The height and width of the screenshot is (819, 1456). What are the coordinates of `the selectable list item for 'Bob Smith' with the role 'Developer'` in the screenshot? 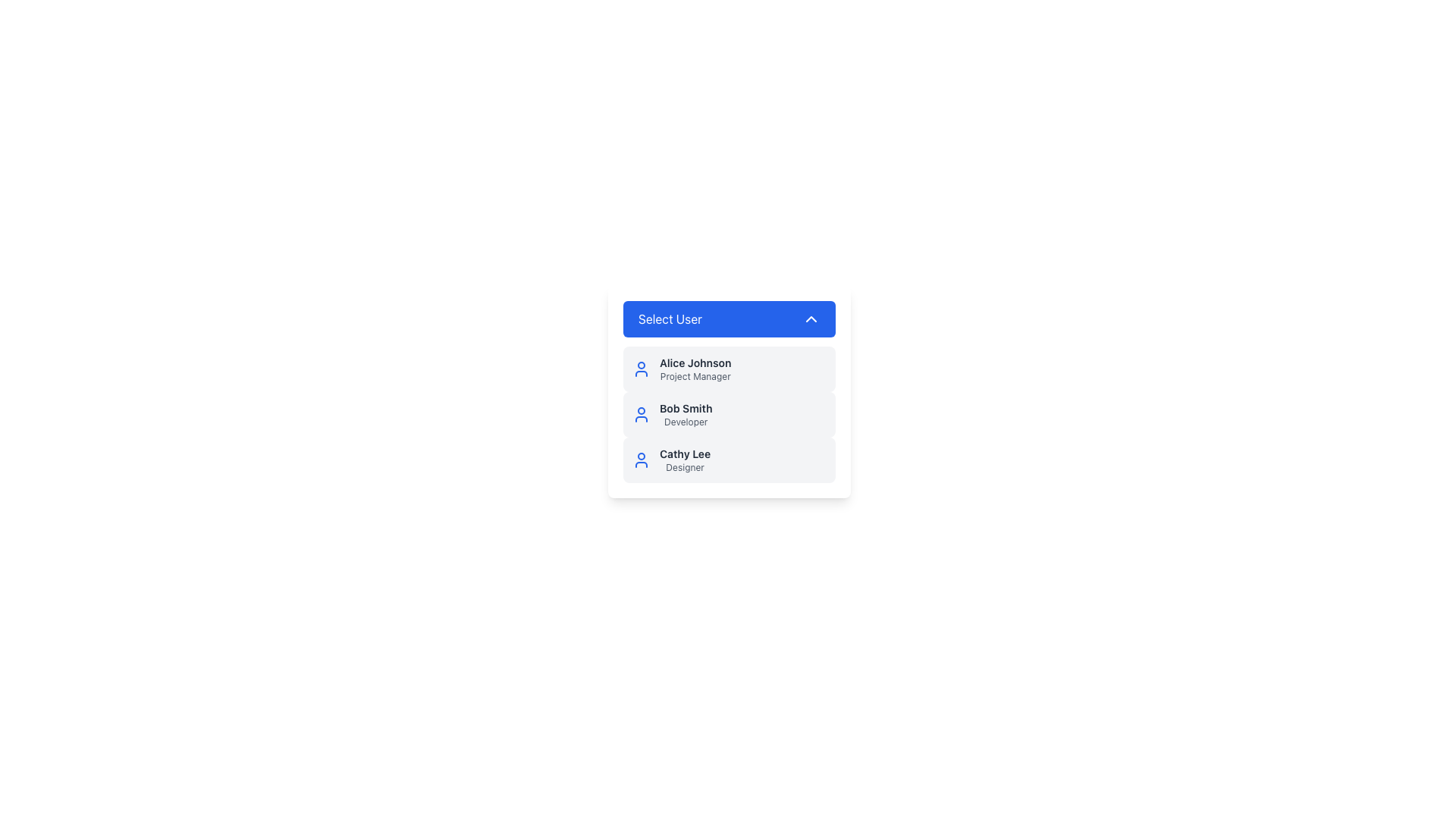 It's located at (729, 391).